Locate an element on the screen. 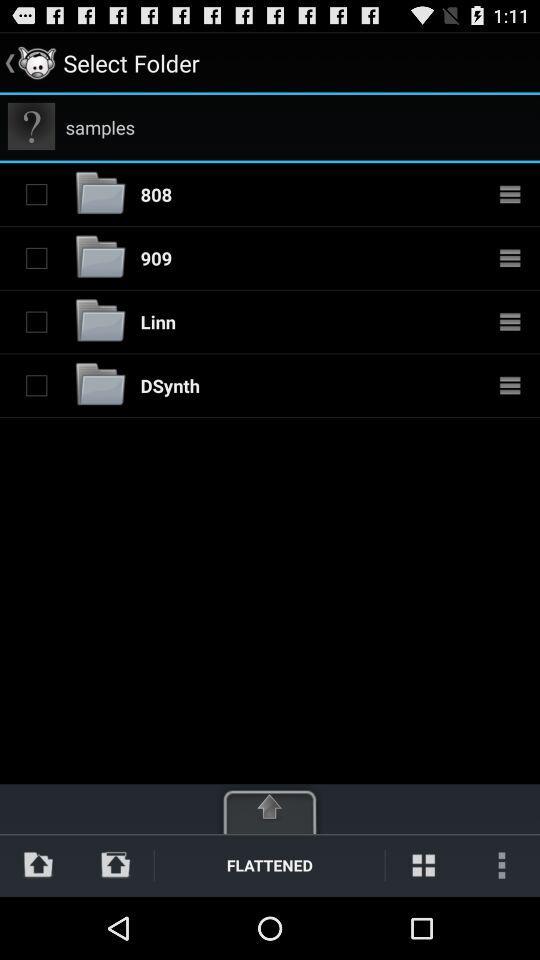  open folder is located at coordinates (100, 256).